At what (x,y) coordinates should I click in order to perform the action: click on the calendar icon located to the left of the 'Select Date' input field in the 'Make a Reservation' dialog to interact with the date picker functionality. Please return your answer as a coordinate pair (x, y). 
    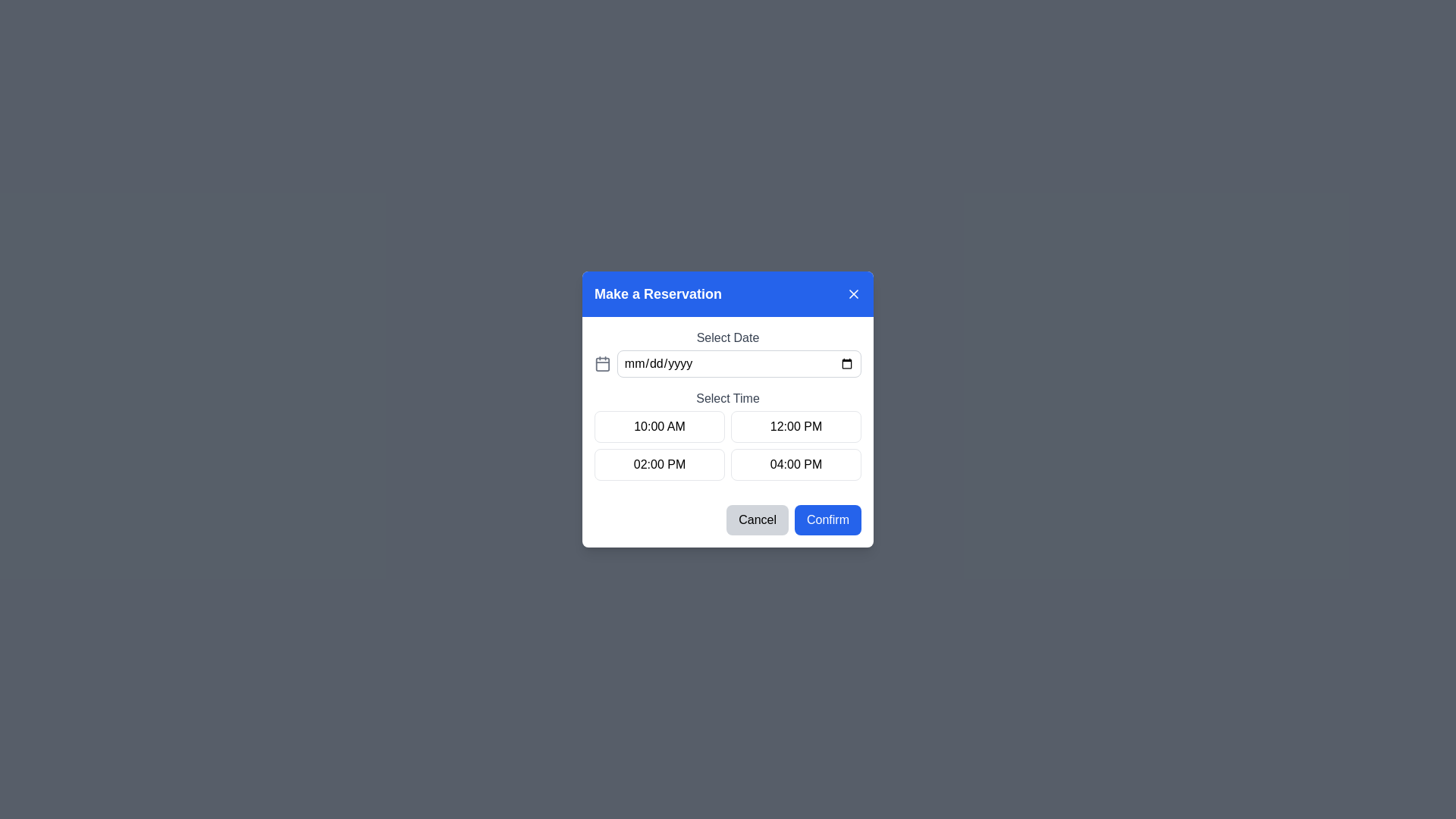
    Looking at the image, I should click on (601, 363).